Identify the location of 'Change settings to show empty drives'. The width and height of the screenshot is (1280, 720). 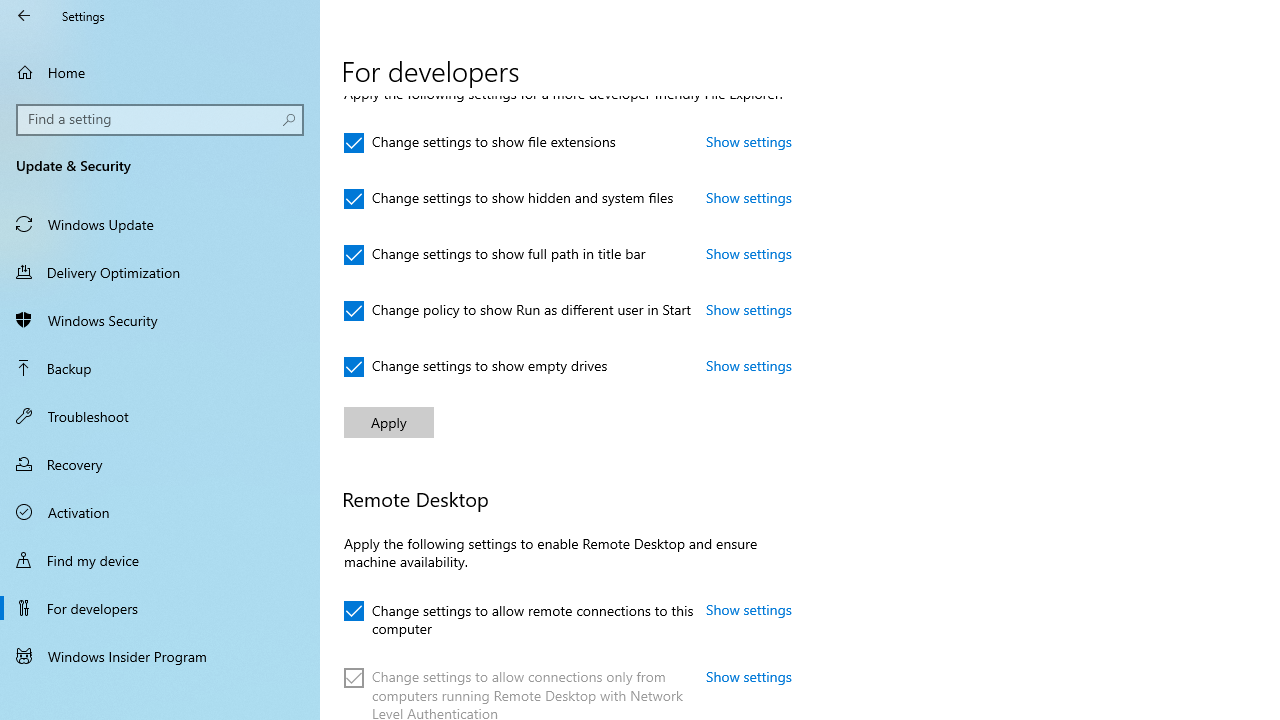
(475, 367).